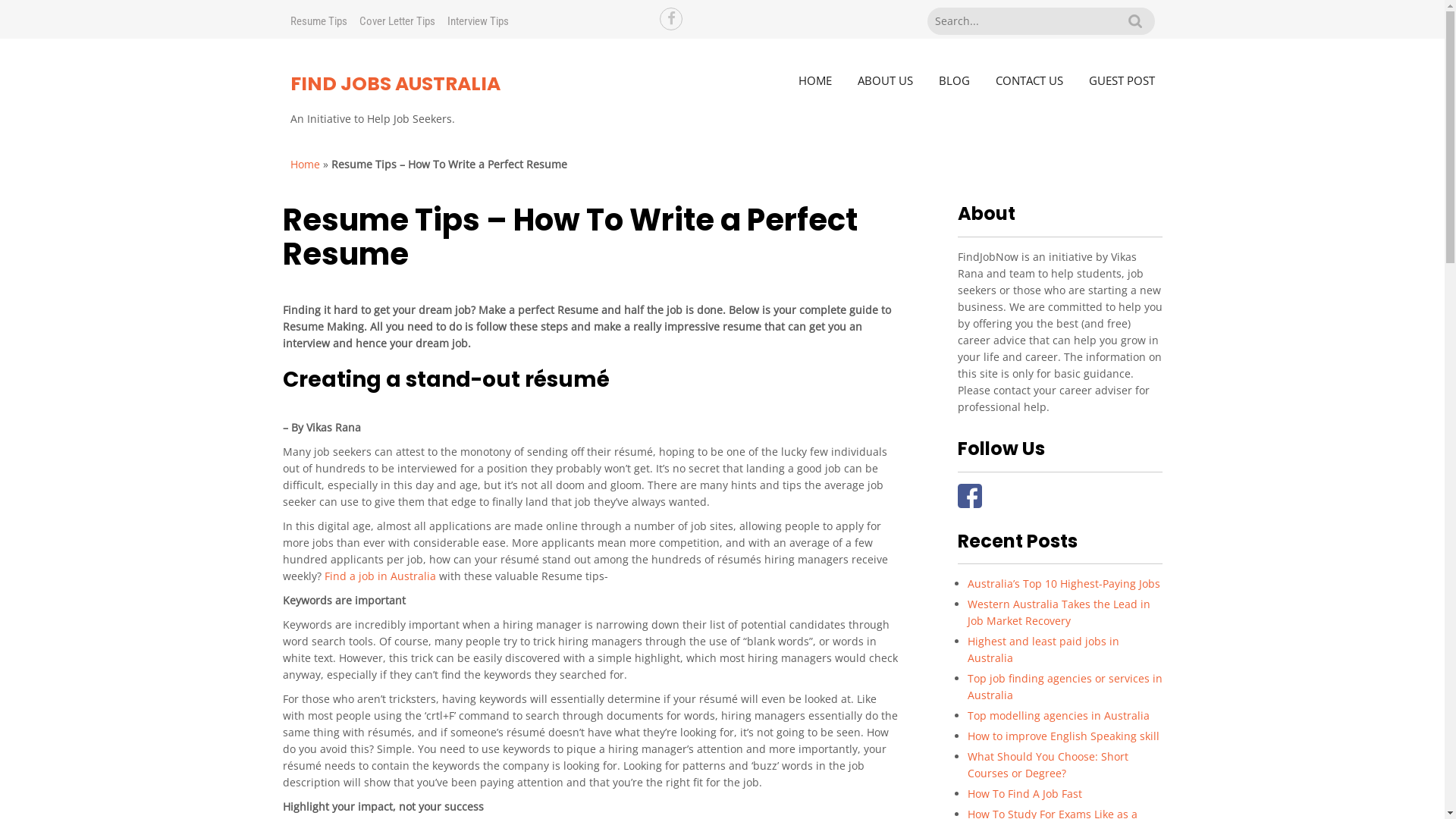 This screenshot has width=1456, height=819. I want to click on 'Cover Letter Tips', so click(397, 20).